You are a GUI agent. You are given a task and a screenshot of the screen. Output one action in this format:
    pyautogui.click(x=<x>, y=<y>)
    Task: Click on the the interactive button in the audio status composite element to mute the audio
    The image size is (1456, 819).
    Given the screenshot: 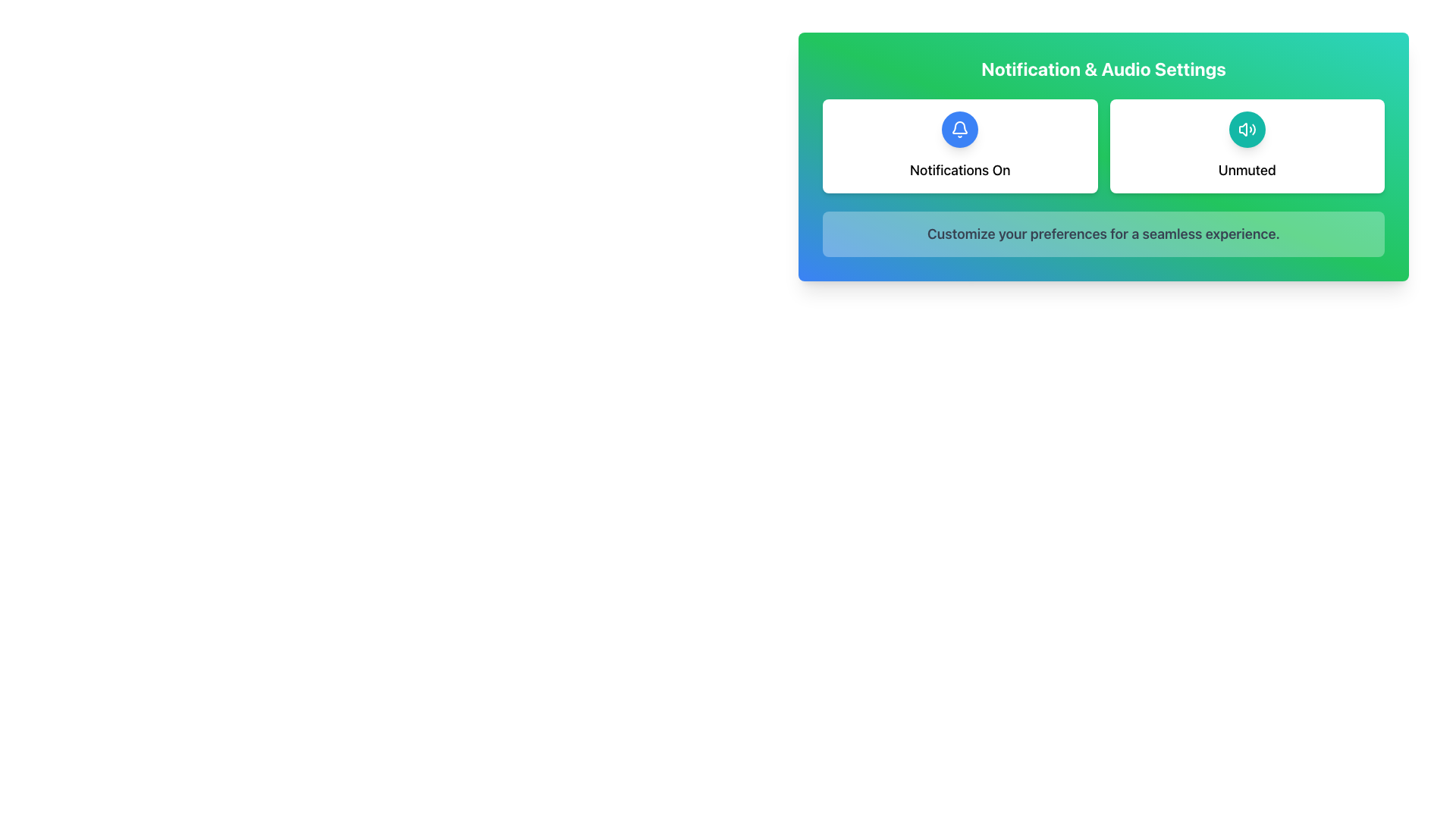 What is the action you would take?
    pyautogui.click(x=1247, y=146)
    